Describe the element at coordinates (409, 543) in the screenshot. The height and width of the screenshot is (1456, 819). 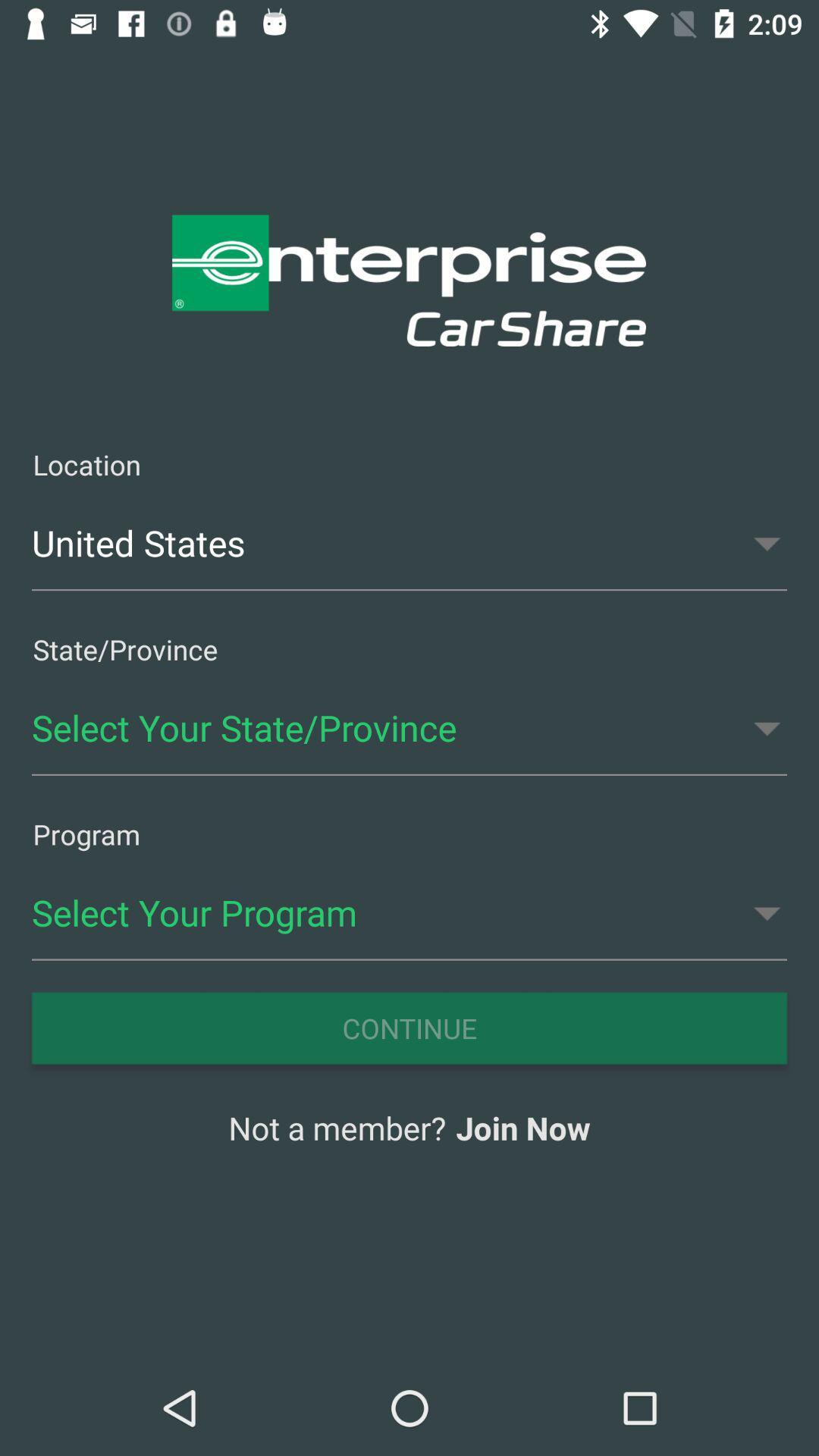
I see `the united states icon` at that location.